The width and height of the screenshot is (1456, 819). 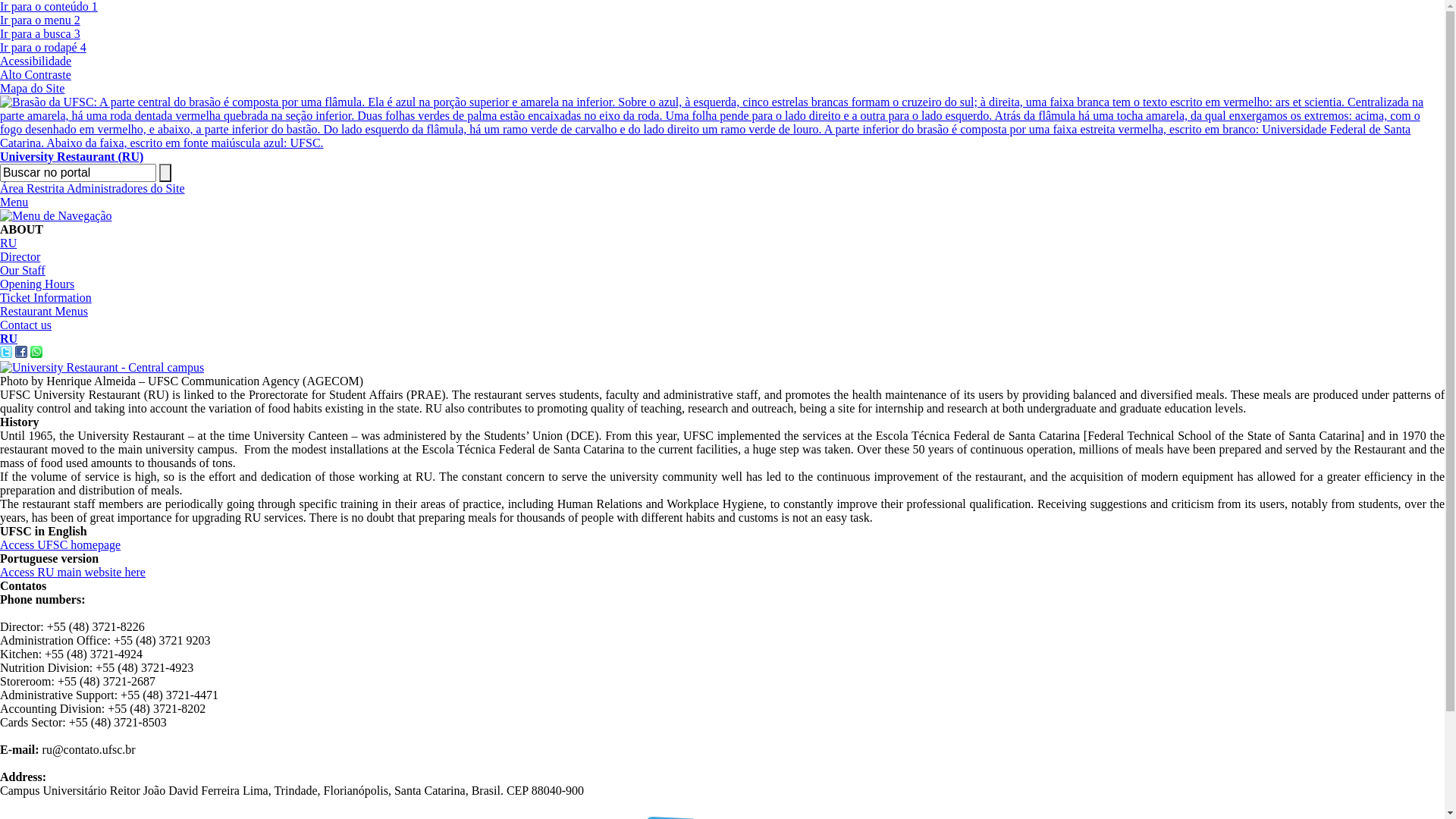 I want to click on 'Ir para o menu 2', so click(x=39, y=20).